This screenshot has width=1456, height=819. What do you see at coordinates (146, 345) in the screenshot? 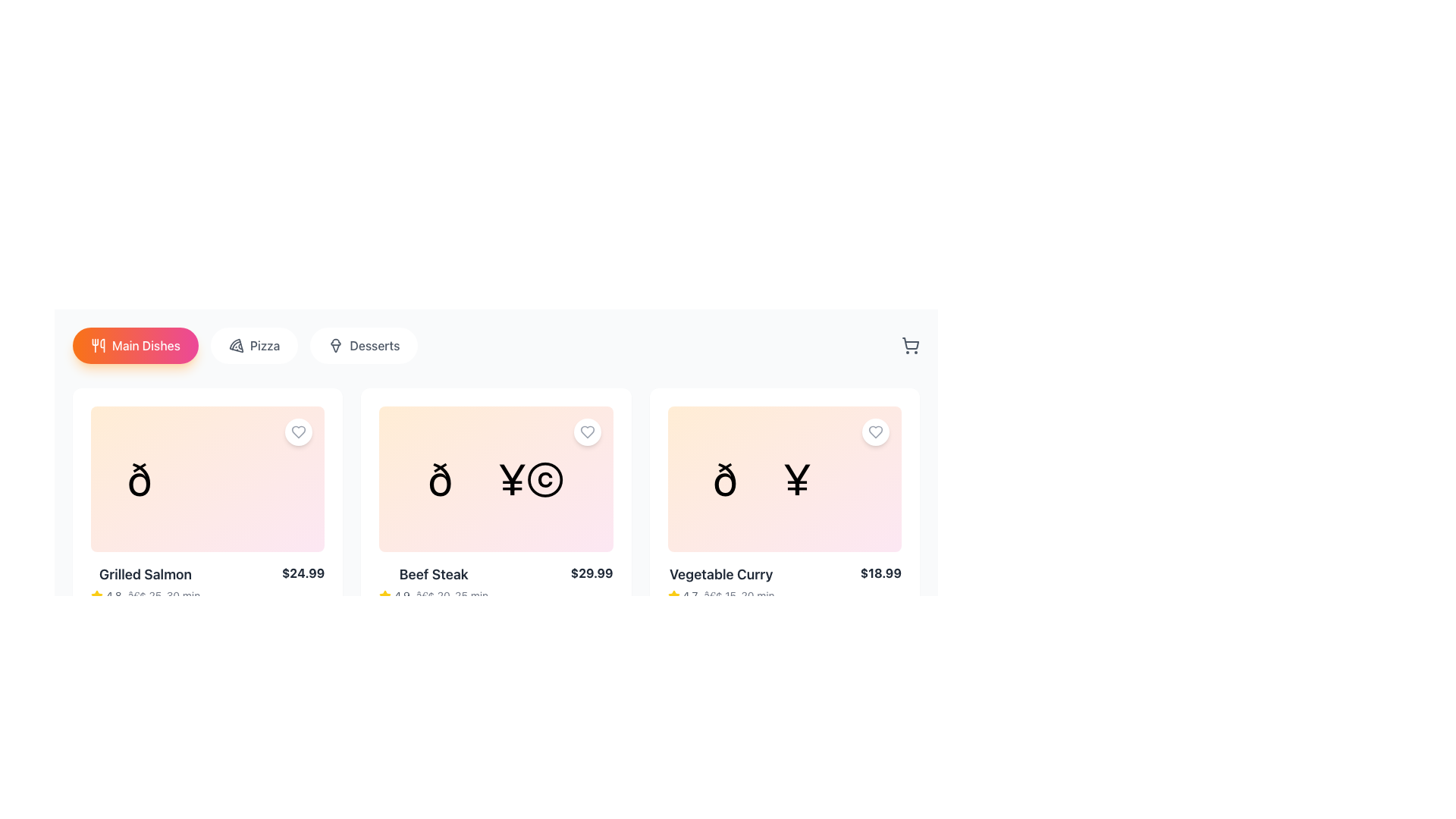
I see `the 'Main Dishes' label within the button, which is styled with a gradient background and contains white text centered next to an icon` at bounding box center [146, 345].